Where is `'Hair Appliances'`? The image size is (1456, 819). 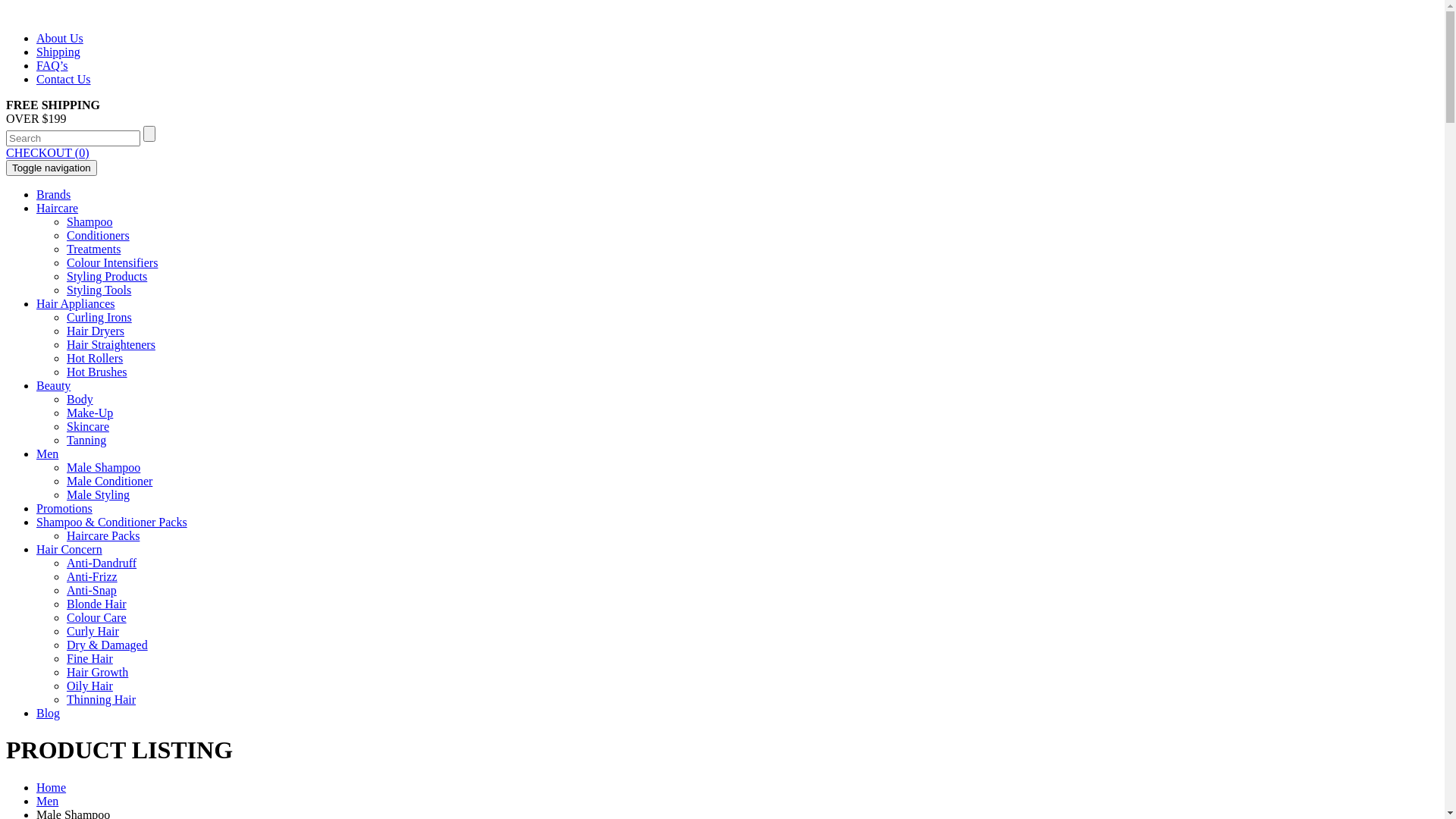 'Hair Appliances' is located at coordinates (36, 303).